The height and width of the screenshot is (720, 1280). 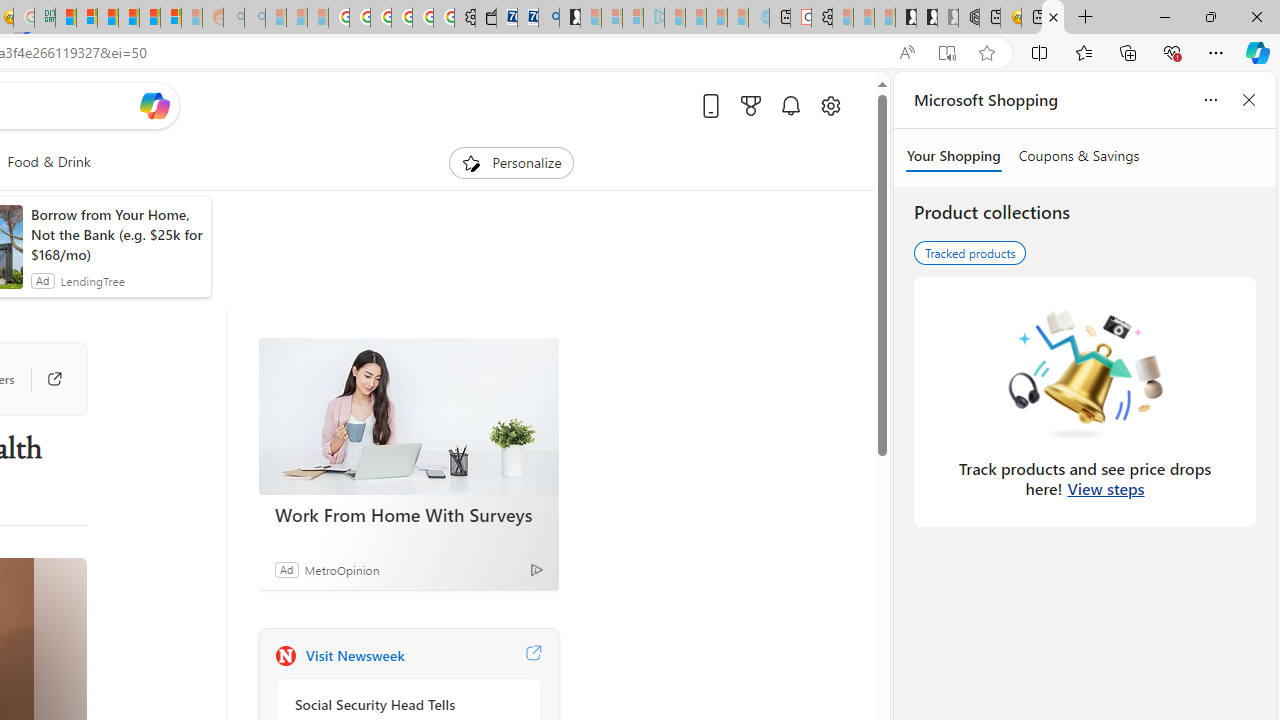 I want to click on 'Microsoft account | Privacy', so click(x=86, y=17).